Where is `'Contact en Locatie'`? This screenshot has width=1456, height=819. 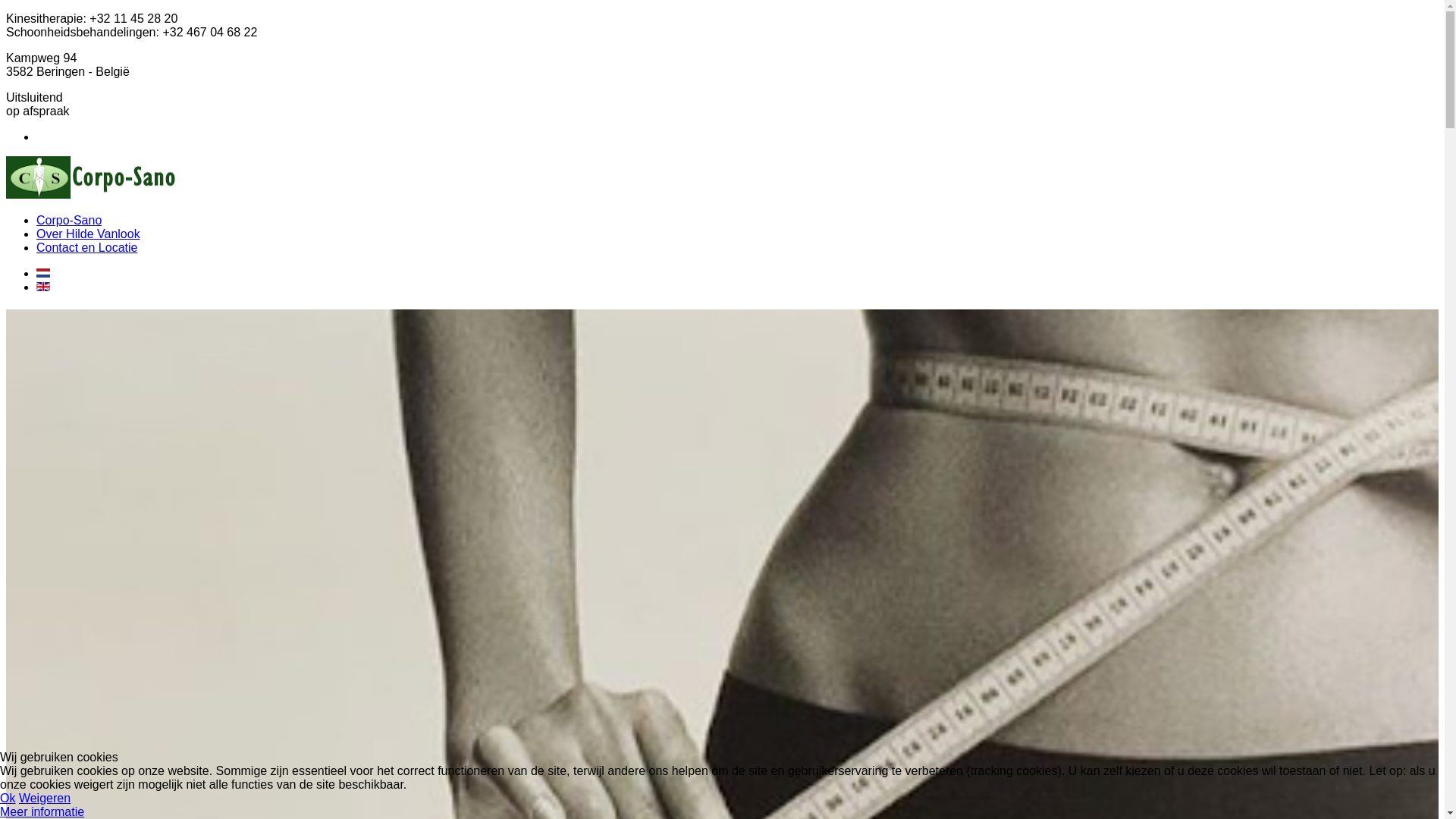
'Contact en Locatie' is located at coordinates (86, 246).